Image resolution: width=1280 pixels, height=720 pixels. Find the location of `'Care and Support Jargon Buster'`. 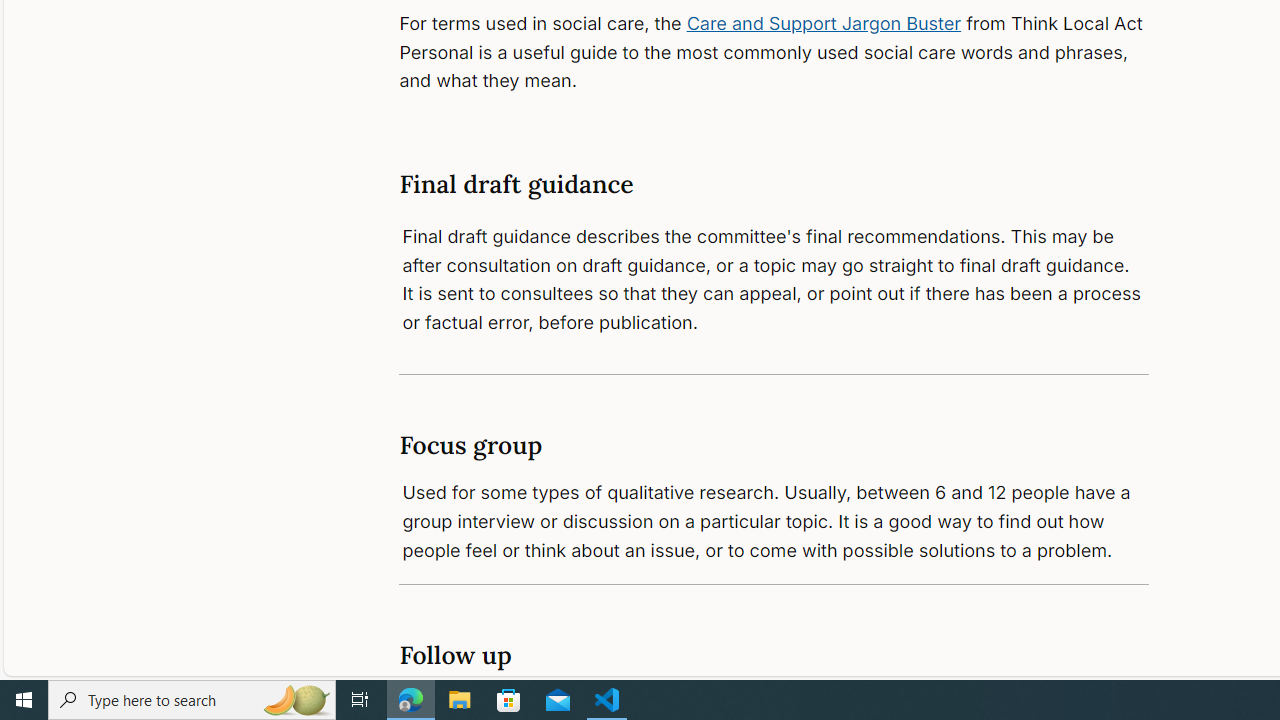

'Care and Support Jargon Buster' is located at coordinates (824, 23).